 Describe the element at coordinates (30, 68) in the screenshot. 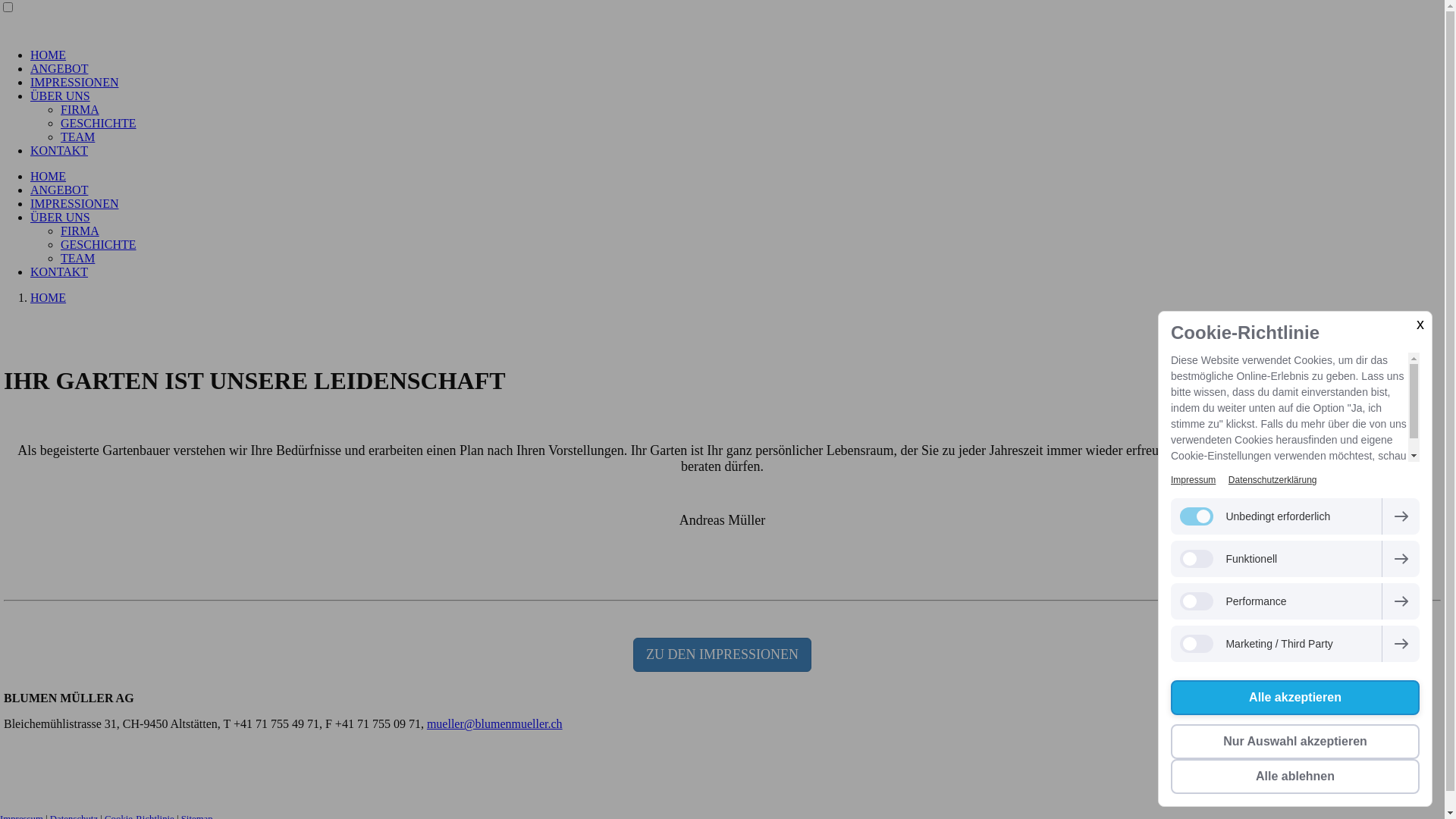

I see `'ANGEBOT'` at that location.